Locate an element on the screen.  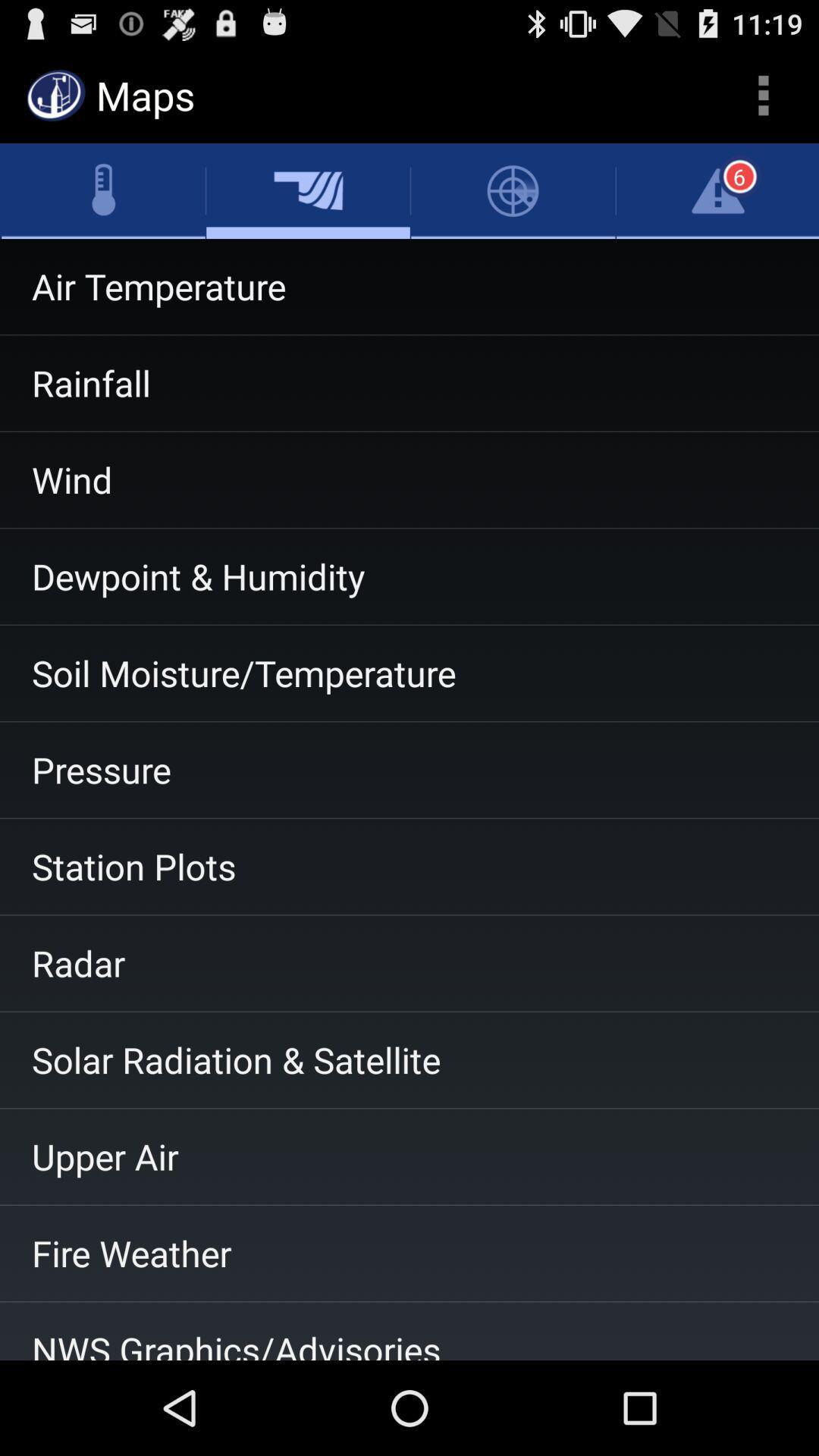
the wind is located at coordinates (409, 479).